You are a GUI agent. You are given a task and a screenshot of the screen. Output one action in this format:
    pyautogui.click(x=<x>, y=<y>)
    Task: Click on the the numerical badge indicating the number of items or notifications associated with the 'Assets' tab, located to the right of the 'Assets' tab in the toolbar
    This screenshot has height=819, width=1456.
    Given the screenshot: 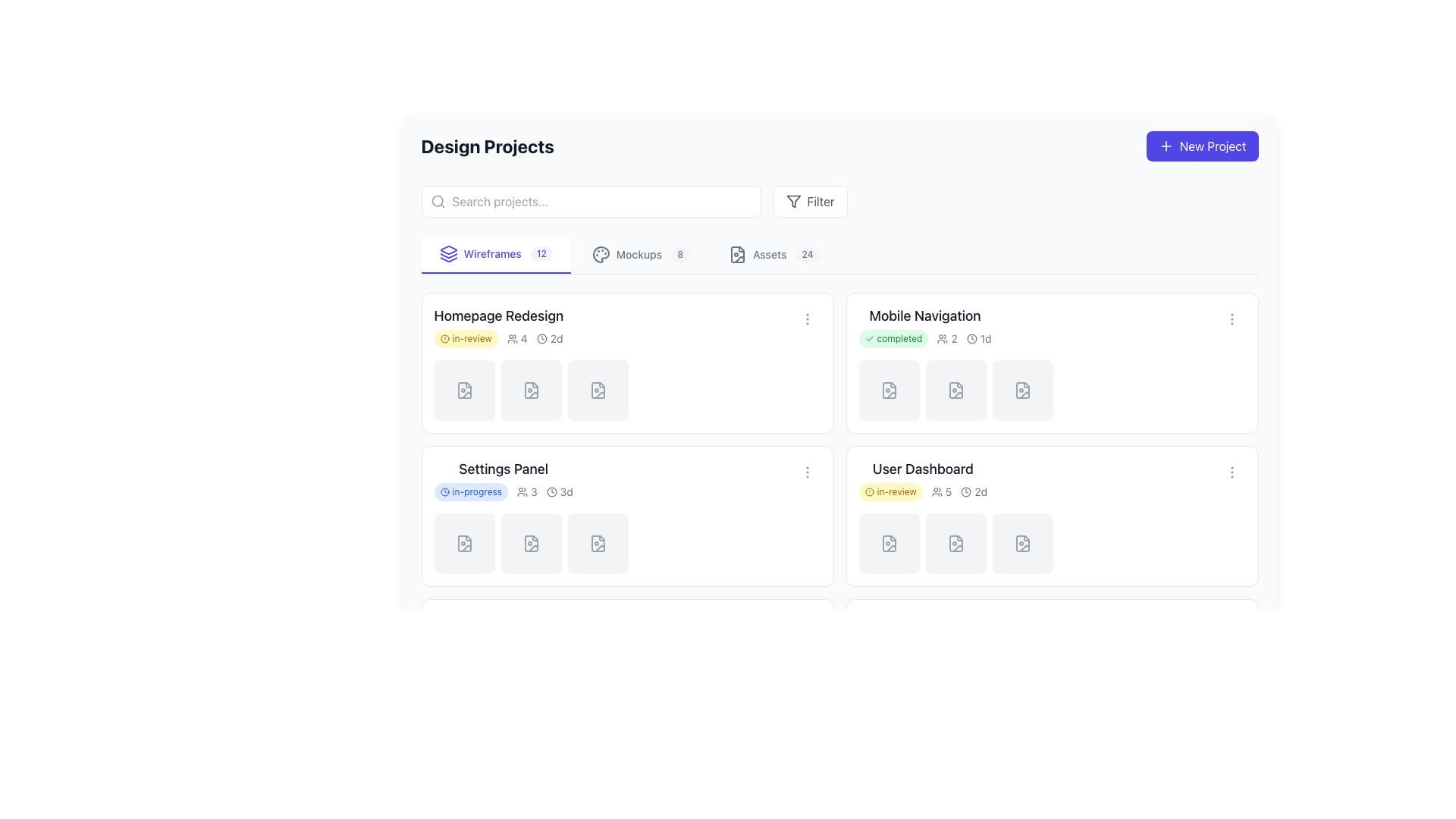 What is the action you would take?
    pyautogui.click(x=807, y=253)
    